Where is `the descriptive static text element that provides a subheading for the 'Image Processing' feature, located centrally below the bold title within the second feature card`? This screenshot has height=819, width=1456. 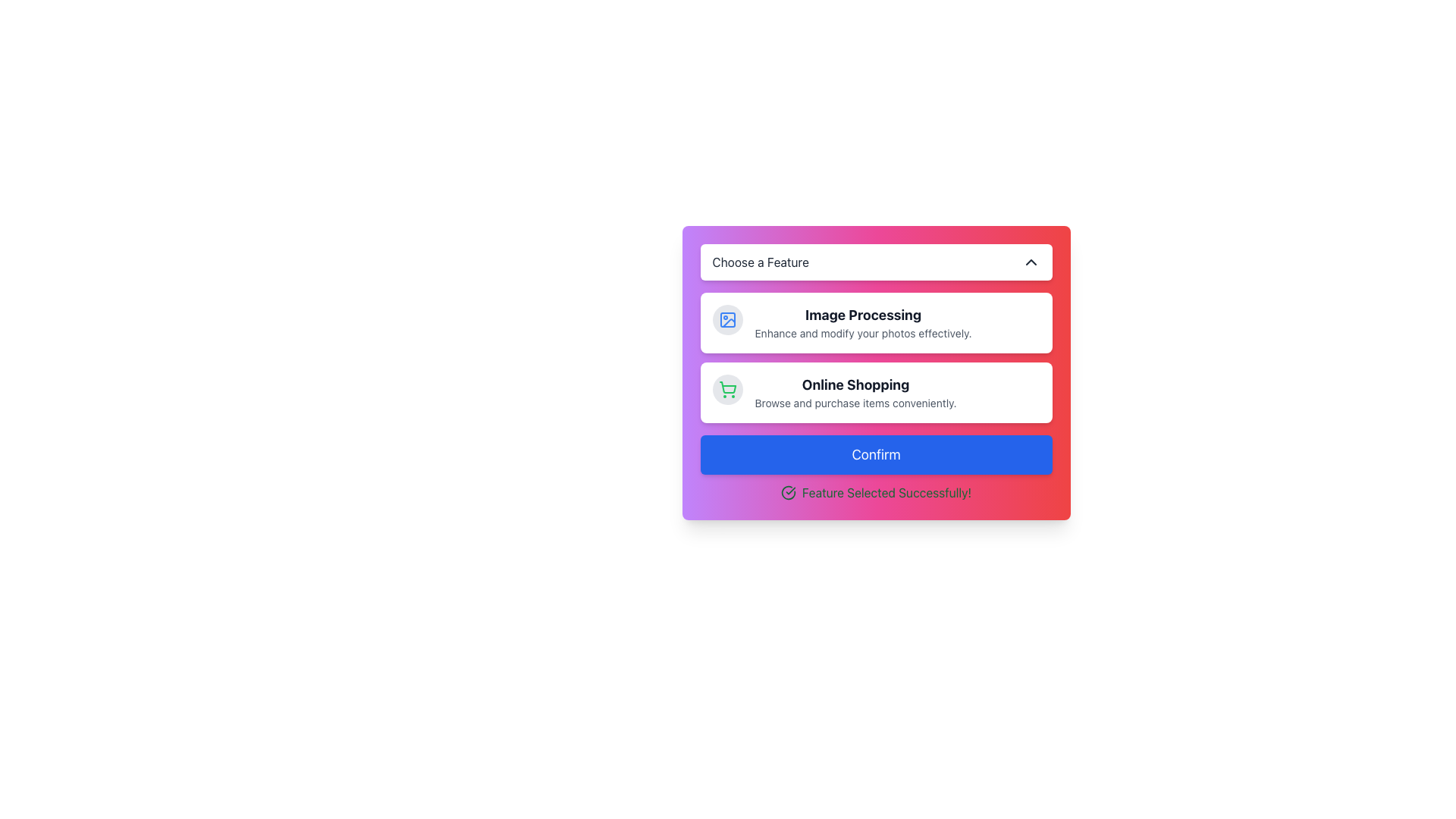 the descriptive static text element that provides a subheading for the 'Image Processing' feature, located centrally below the bold title within the second feature card is located at coordinates (863, 332).